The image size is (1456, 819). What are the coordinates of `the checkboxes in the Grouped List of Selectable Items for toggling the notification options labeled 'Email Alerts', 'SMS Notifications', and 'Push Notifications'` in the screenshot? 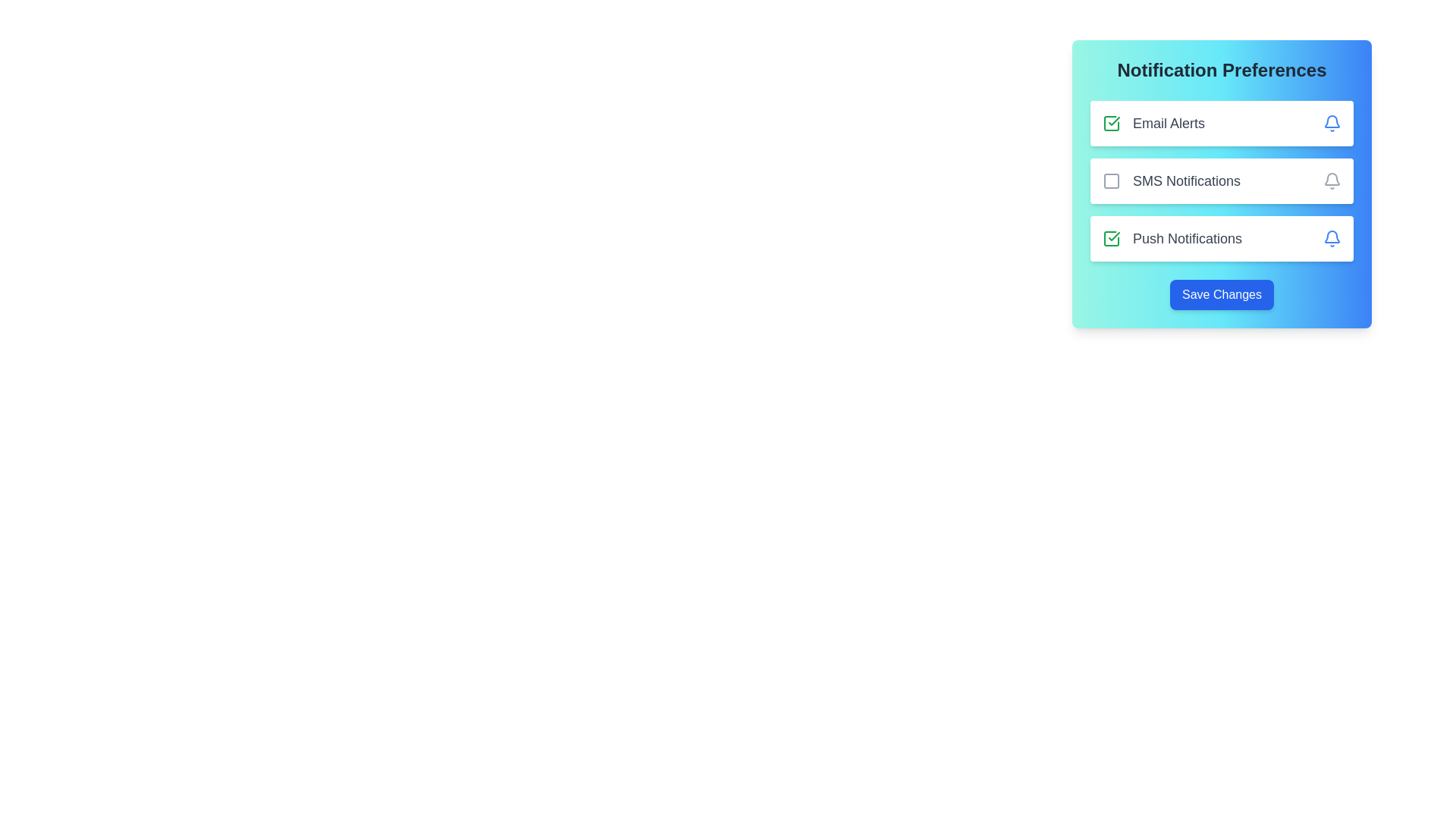 It's located at (1222, 180).